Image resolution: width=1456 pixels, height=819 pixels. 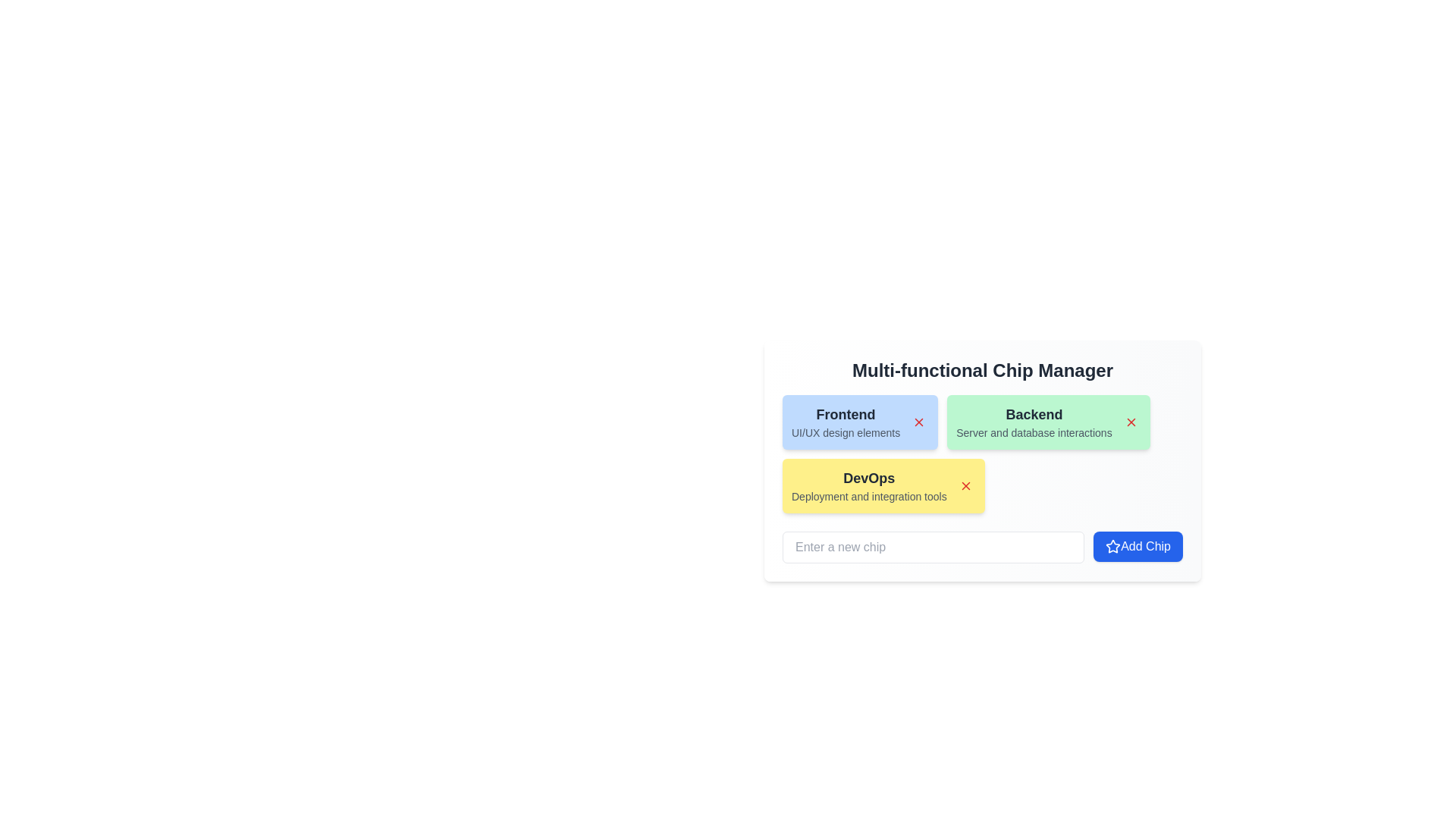 I want to click on the Text Label that contains 'Backend' in bold and 'Server and database interactions' in smaller font, which is set against a rounded green background, so click(x=1033, y=422).